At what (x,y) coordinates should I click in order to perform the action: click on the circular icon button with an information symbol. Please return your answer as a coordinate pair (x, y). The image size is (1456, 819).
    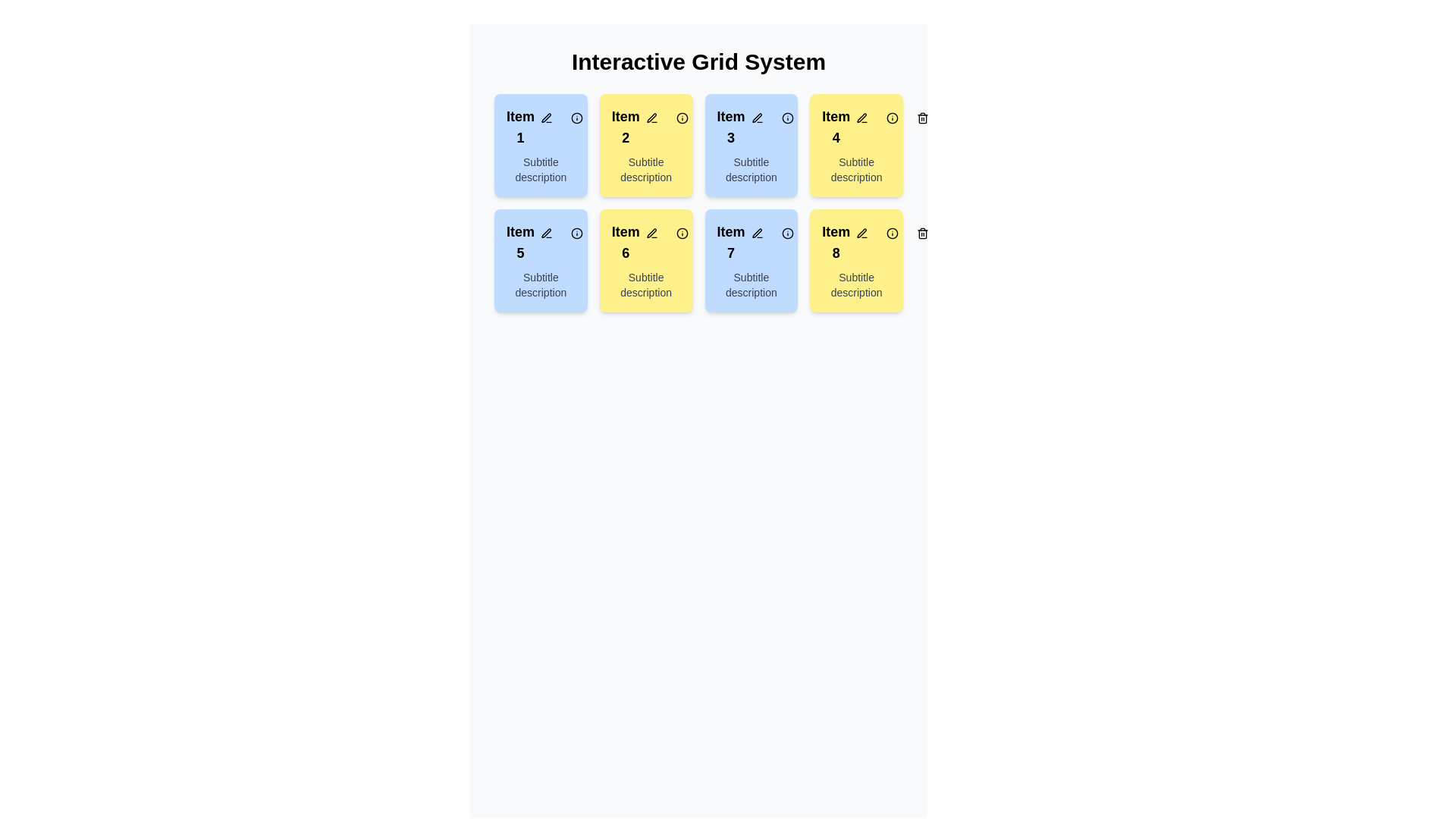
    Looking at the image, I should click on (681, 234).